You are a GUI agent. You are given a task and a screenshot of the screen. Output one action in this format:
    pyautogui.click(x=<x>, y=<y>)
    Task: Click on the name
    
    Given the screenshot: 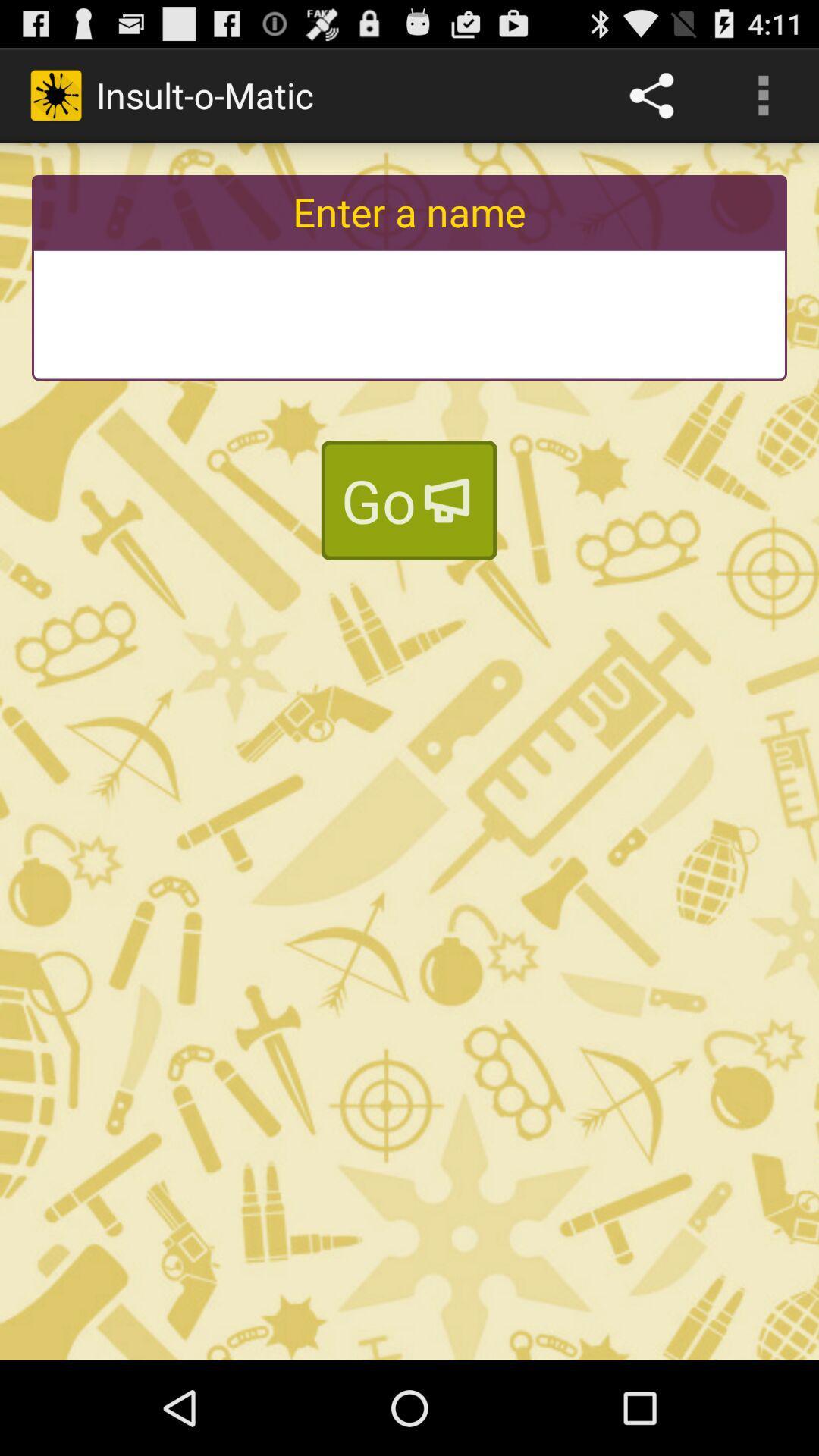 What is the action you would take?
    pyautogui.click(x=409, y=314)
    